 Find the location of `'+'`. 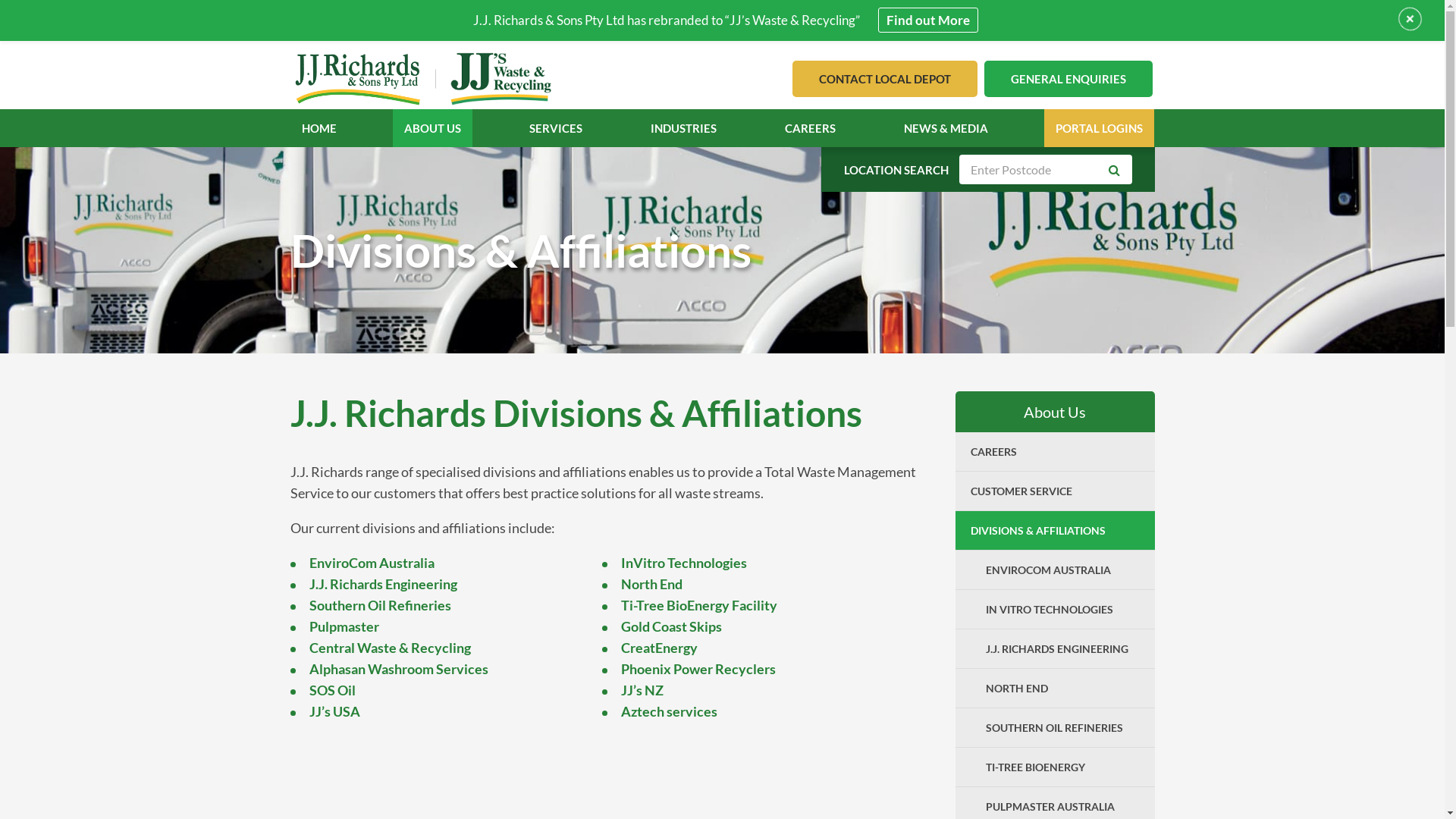

'+' is located at coordinates (1409, 18).